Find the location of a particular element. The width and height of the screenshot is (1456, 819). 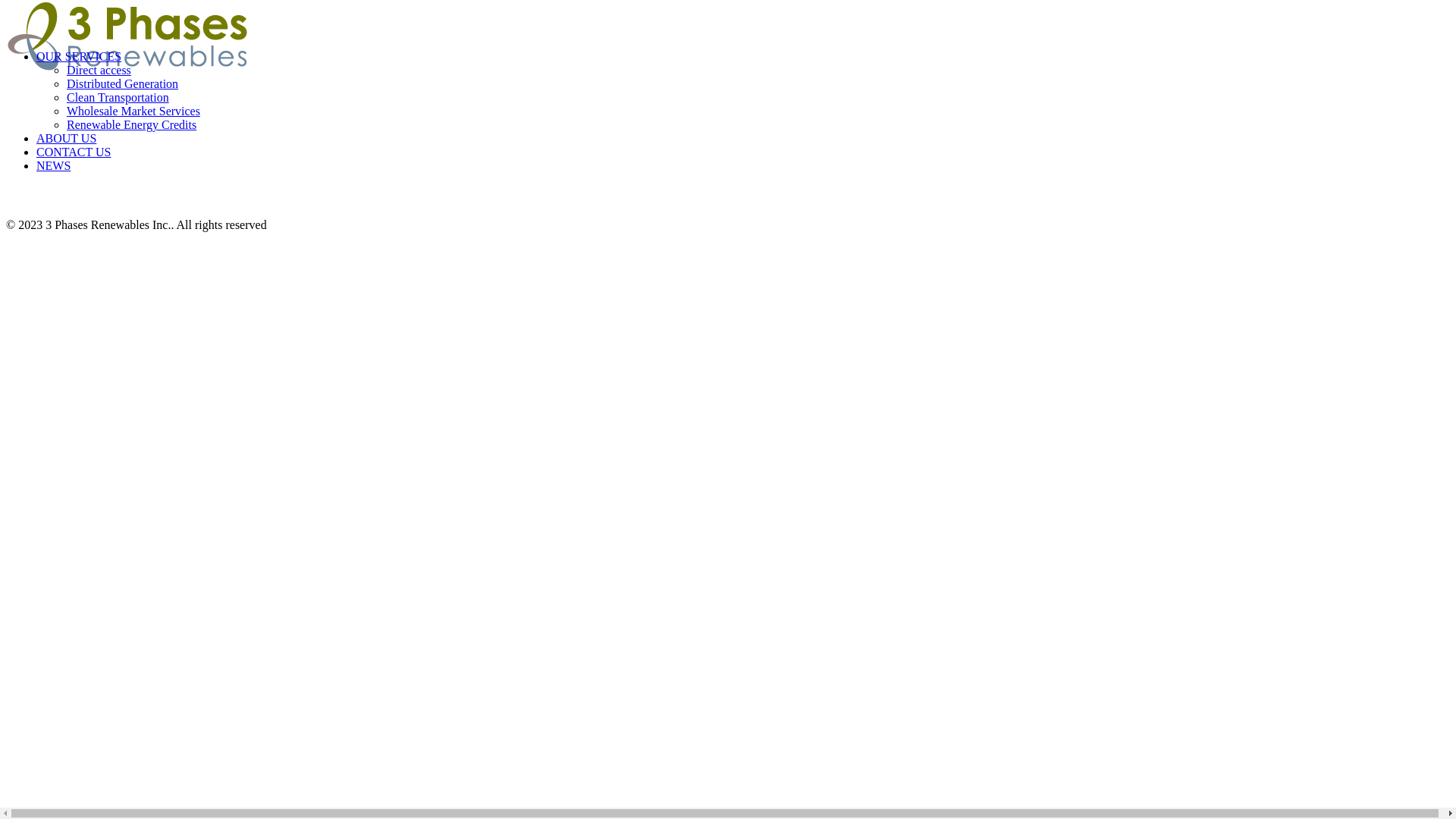

'Direct access' is located at coordinates (98, 70).